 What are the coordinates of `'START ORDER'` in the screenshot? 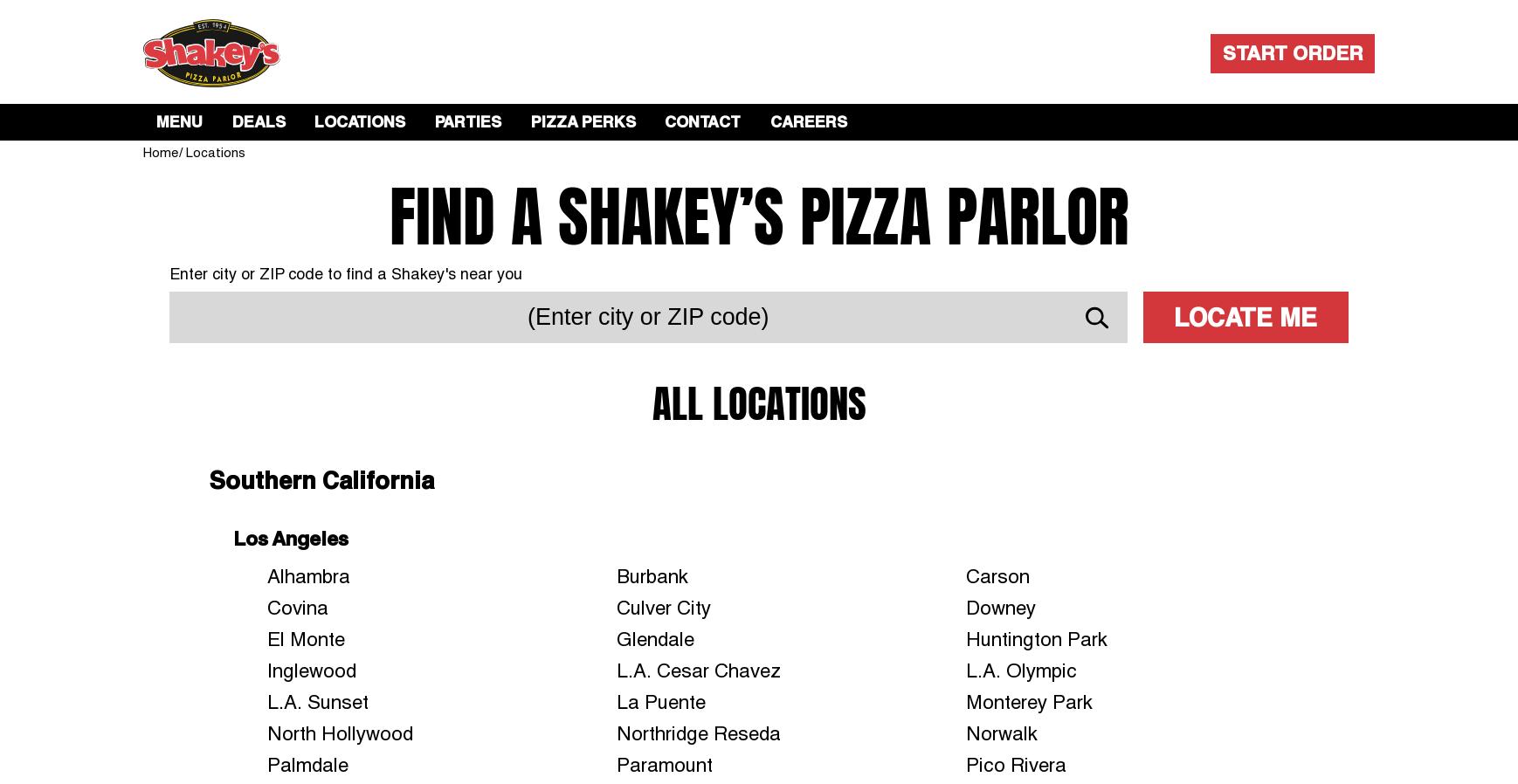 It's located at (1293, 51).